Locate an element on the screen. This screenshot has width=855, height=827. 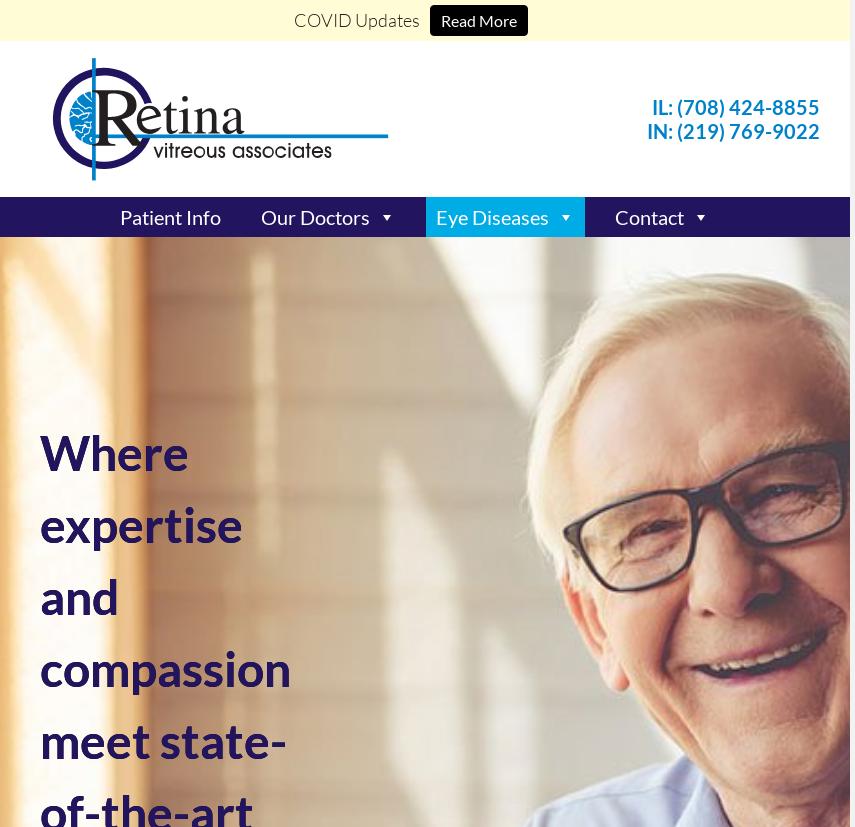
'Macular Edema' is located at coordinates (489, 404).